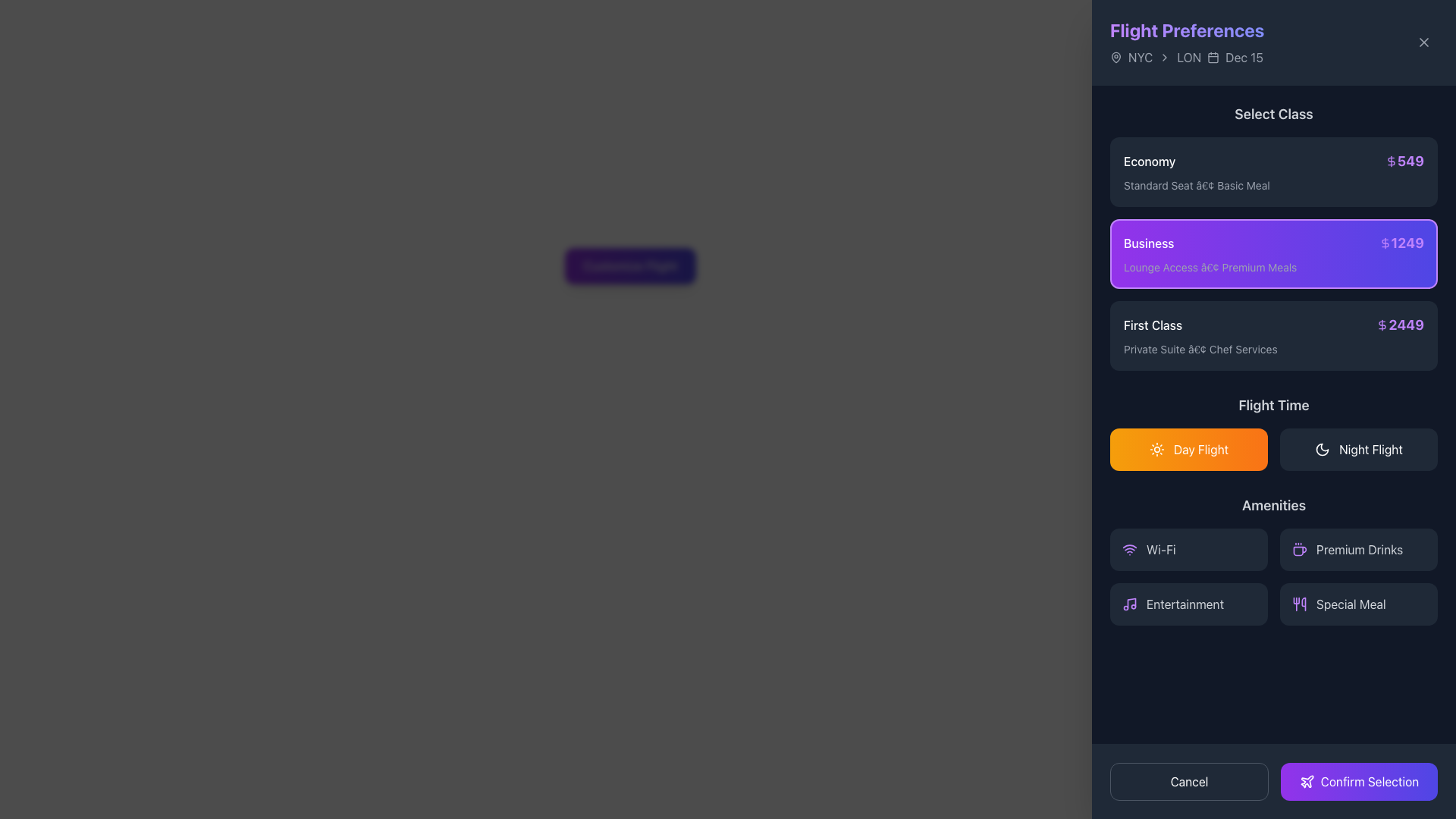  Describe the element at coordinates (1298, 604) in the screenshot. I see `the 'Special Meal' icon in the 'Amenities' section of the sidebar, located next to the text label 'Special Meal'` at that location.